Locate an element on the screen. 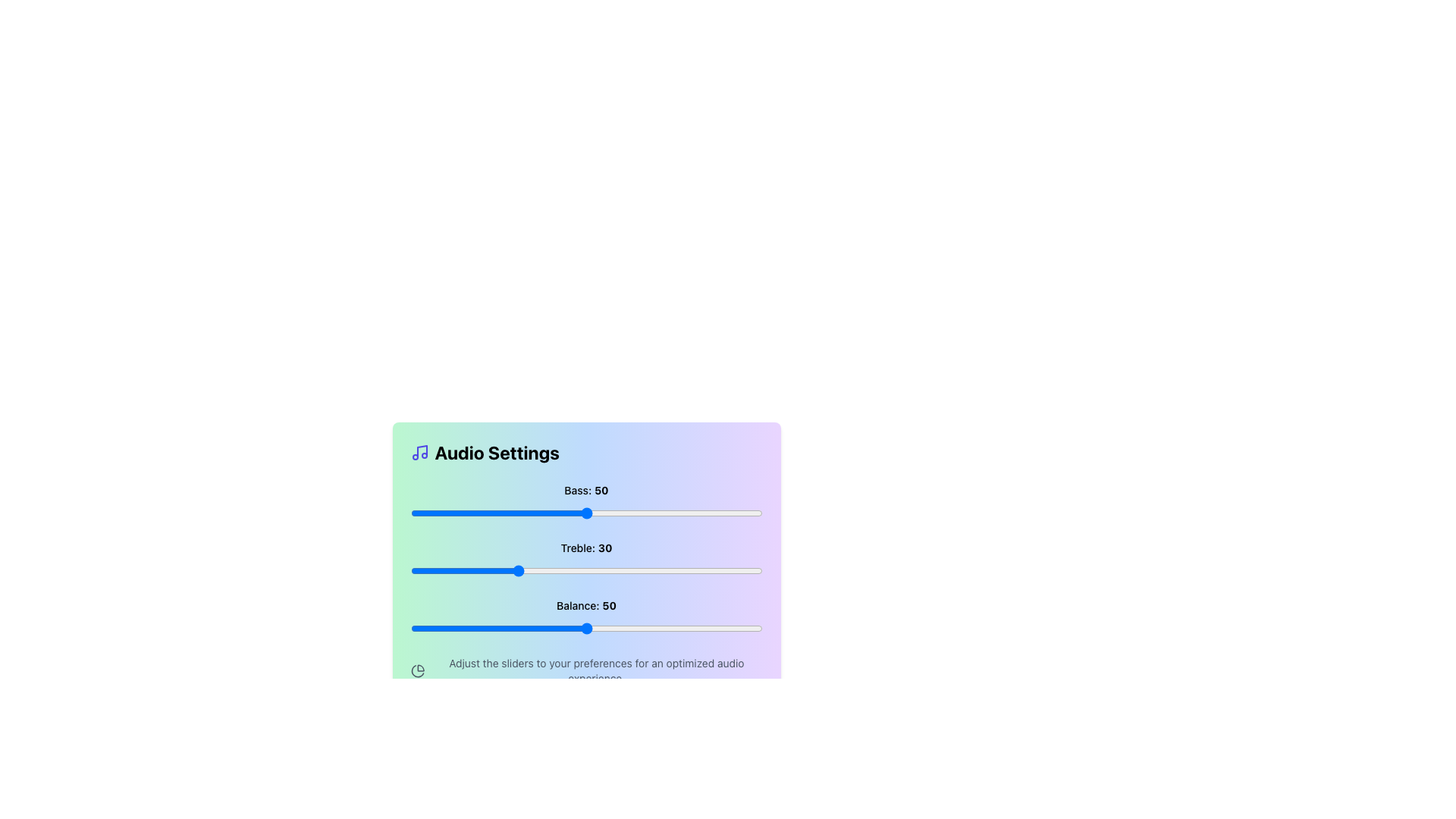 The height and width of the screenshot is (819, 1456). the balance is located at coordinates (575, 629).